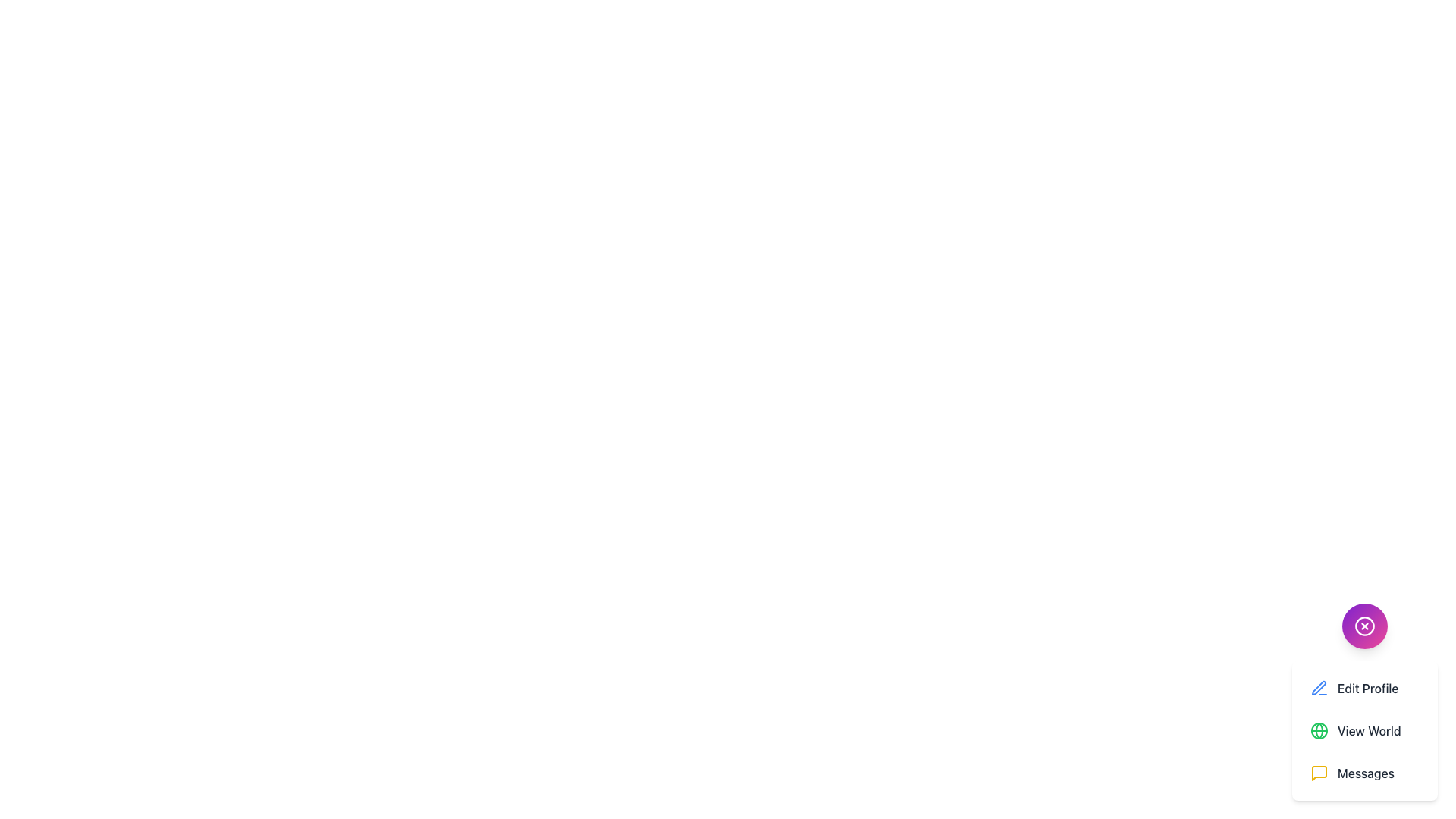  Describe the element at coordinates (1365, 730) in the screenshot. I see `the 'View World' button, which is the second item in a vertical list of buttons` at that location.